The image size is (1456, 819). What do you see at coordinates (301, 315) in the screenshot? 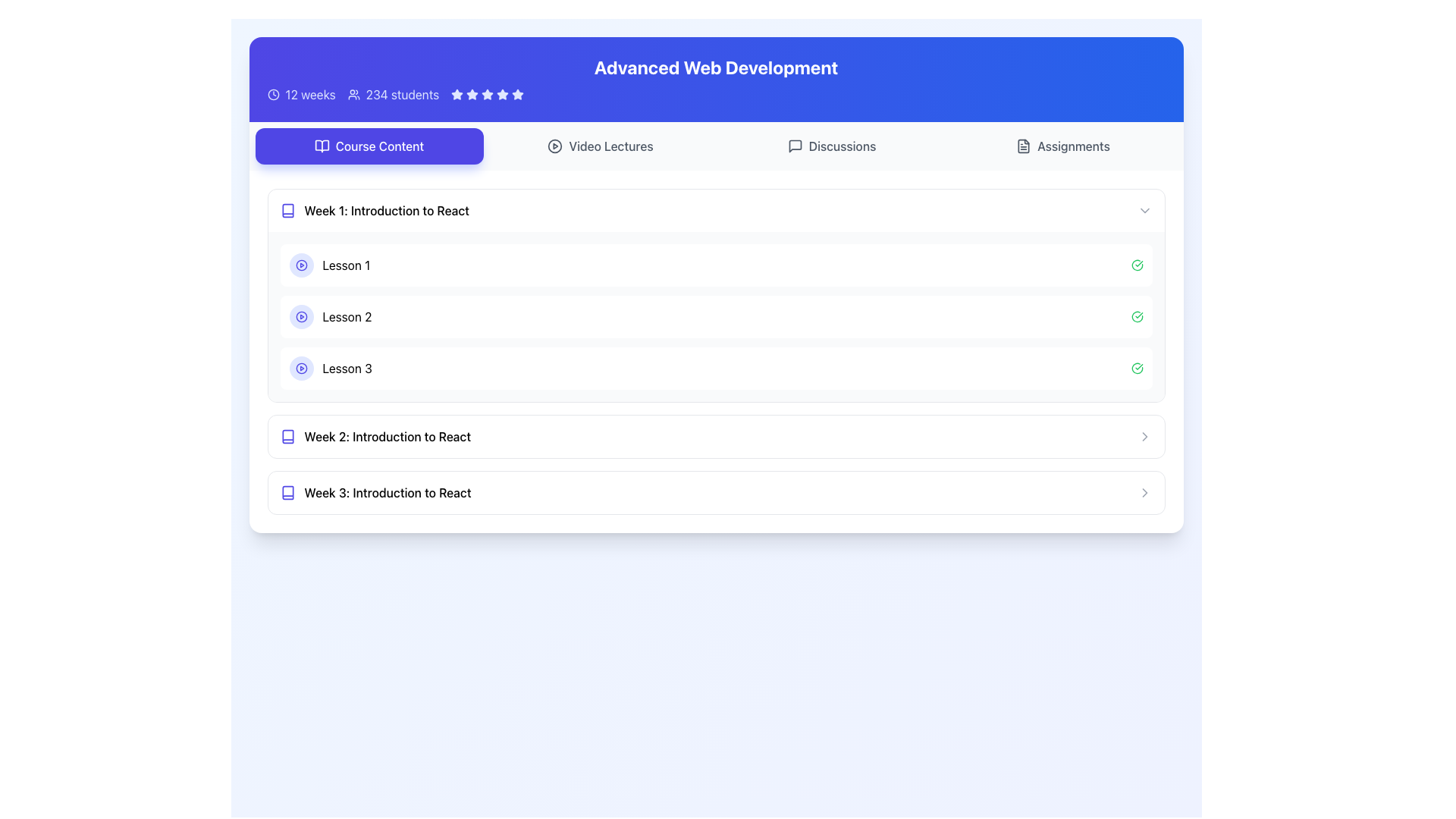
I see `the Icon with play button symbol that indicates the lesson associated with 'Lesson 2'` at bounding box center [301, 315].